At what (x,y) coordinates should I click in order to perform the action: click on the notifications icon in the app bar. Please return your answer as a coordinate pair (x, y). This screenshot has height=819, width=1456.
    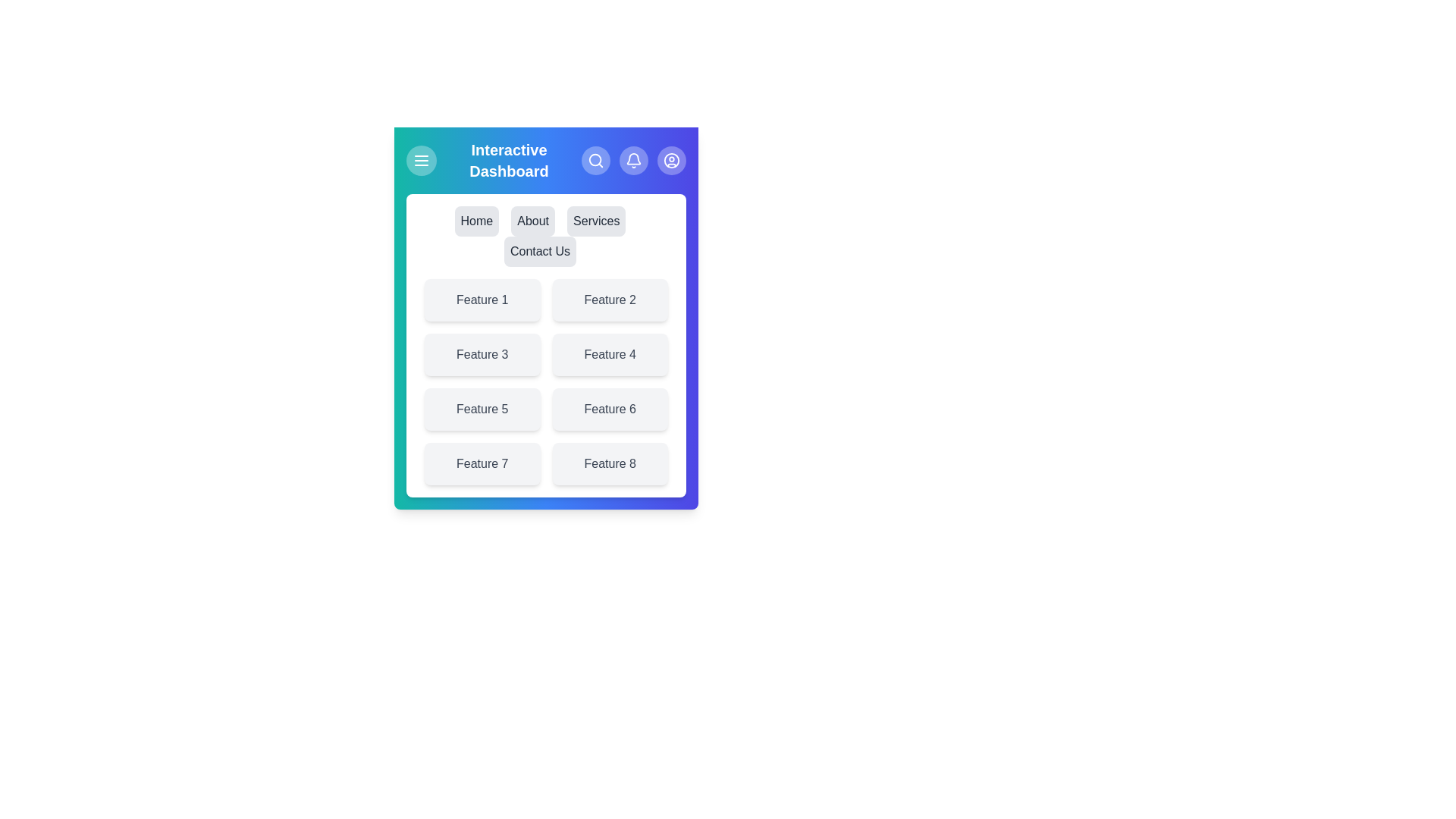
    Looking at the image, I should click on (633, 161).